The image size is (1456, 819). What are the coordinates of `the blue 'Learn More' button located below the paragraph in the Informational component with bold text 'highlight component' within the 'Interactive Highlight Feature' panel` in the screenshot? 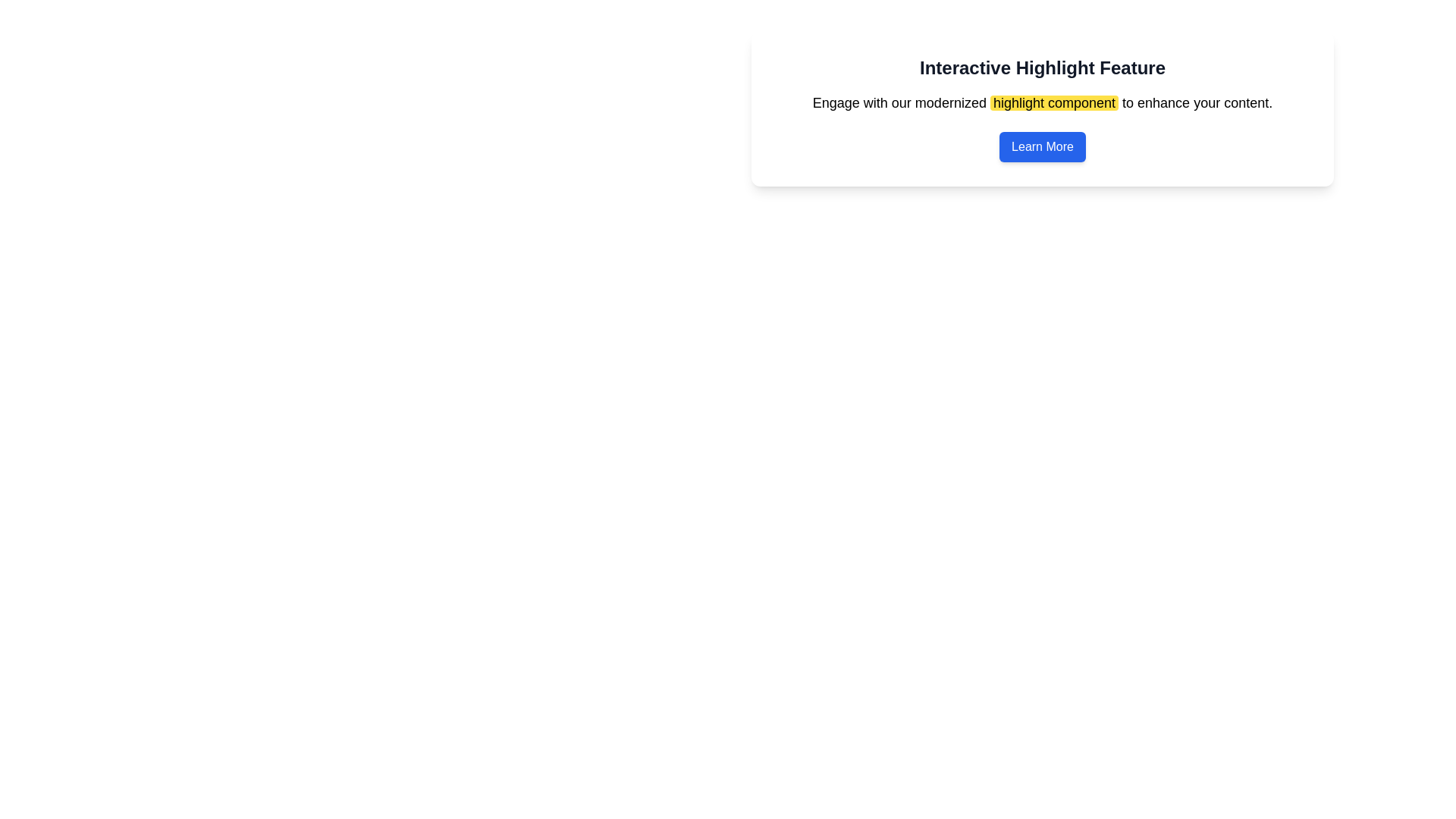 It's located at (1041, 127).